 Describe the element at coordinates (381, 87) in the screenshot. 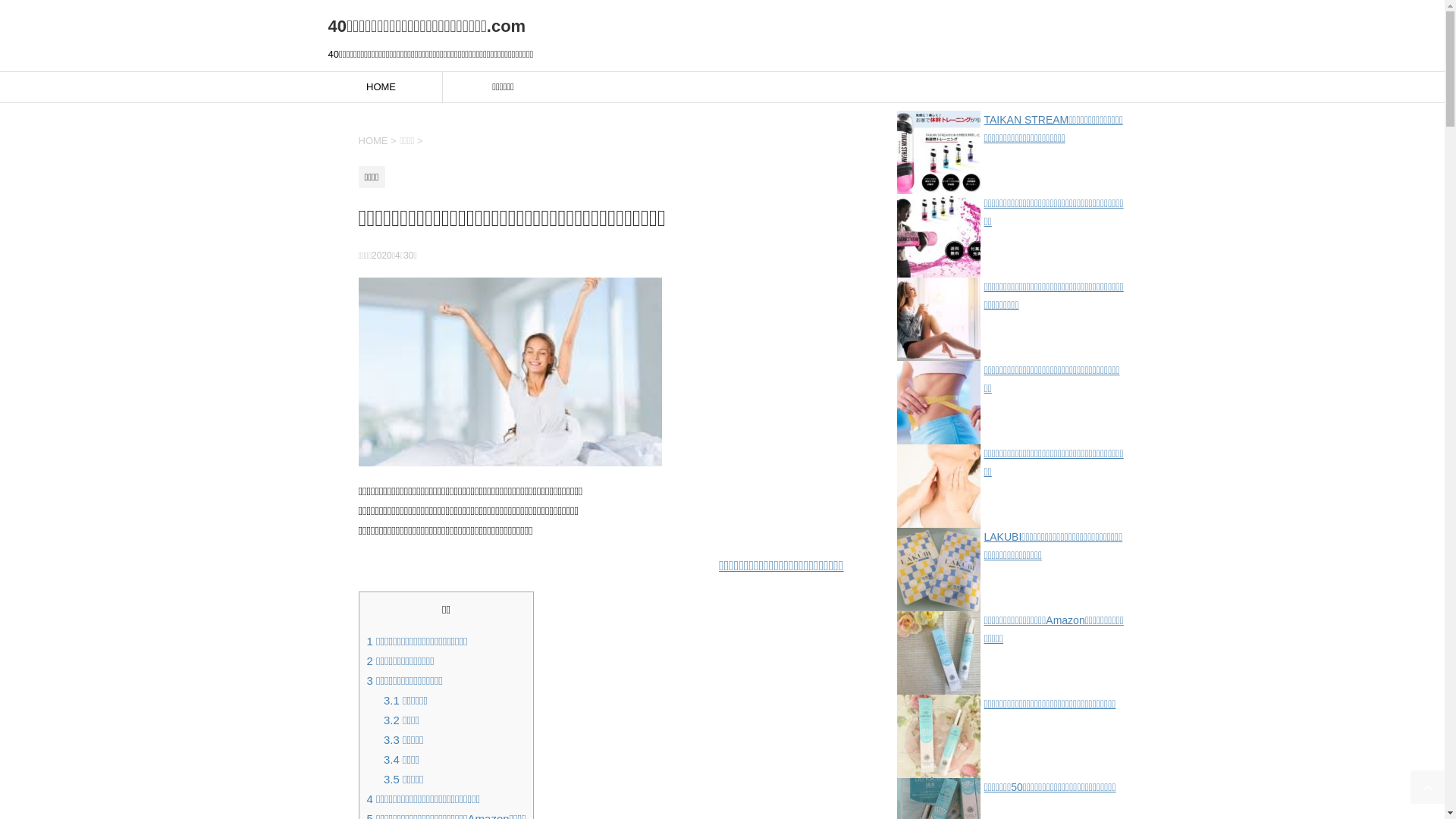

I see `'HOME'` at that location.